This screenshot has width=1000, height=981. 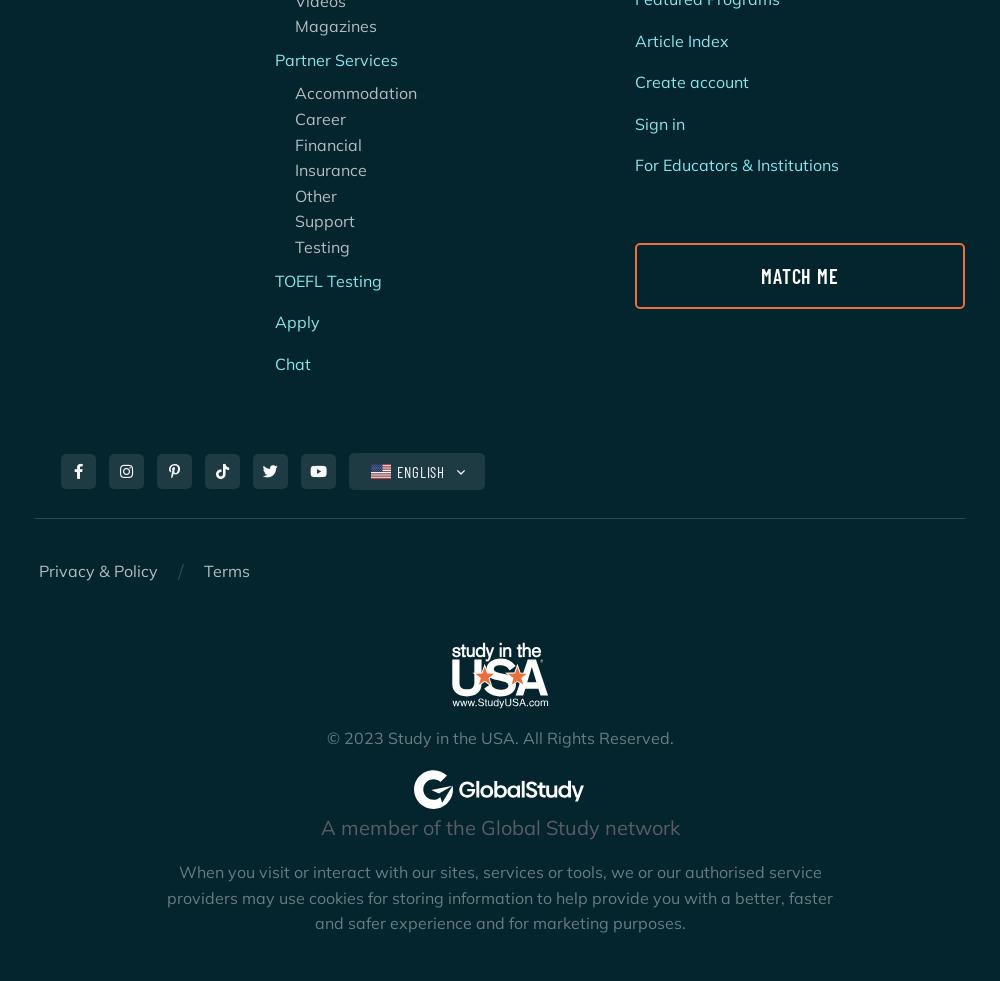 What do you see at coordinates (325, 24) in the screenshot?
I see `'Magazines'` at bounding box center [325, 24].